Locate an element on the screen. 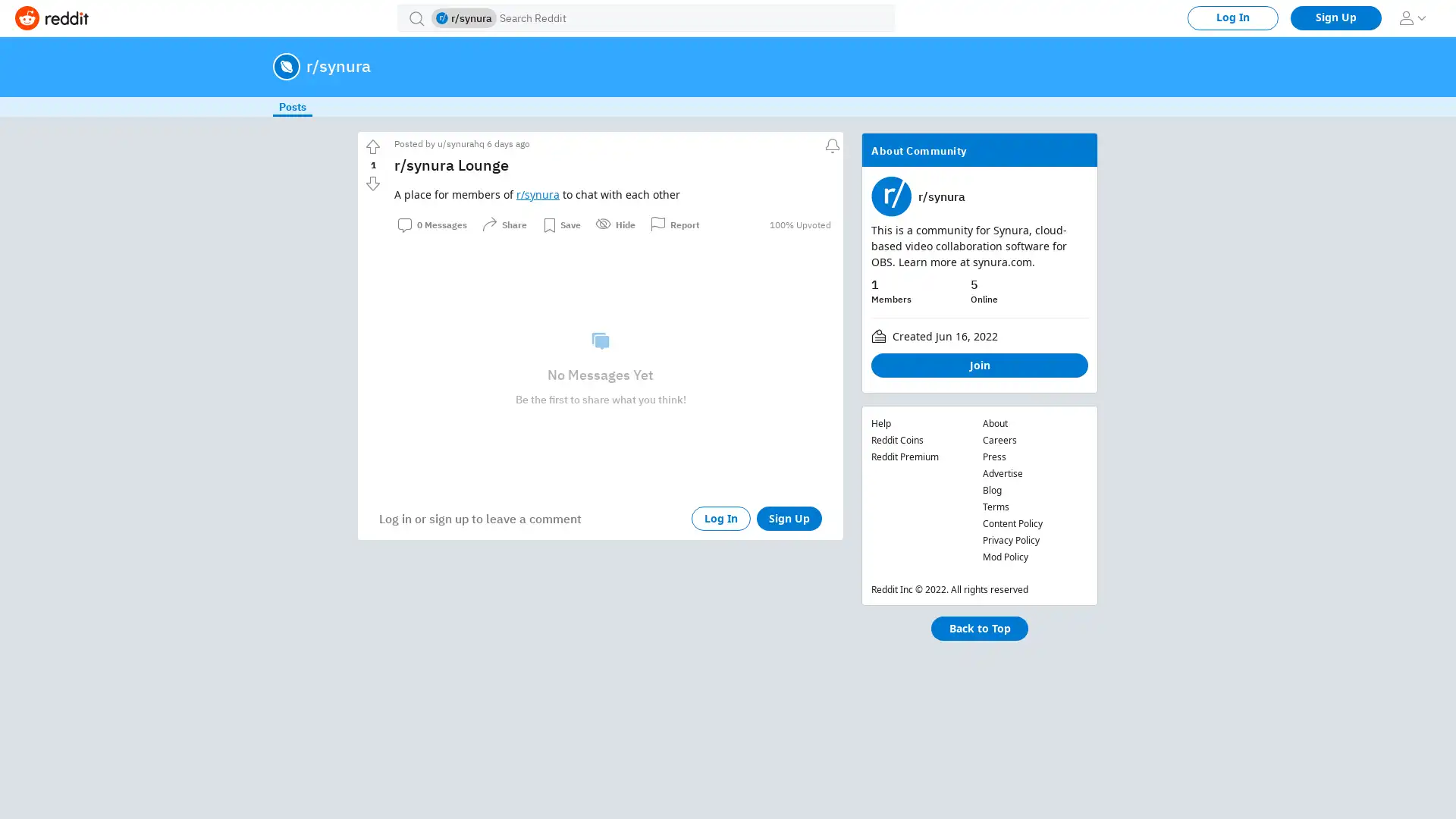 This screenshot has width=1456, height=819. Back to Top is located at coordinates (979, 629).